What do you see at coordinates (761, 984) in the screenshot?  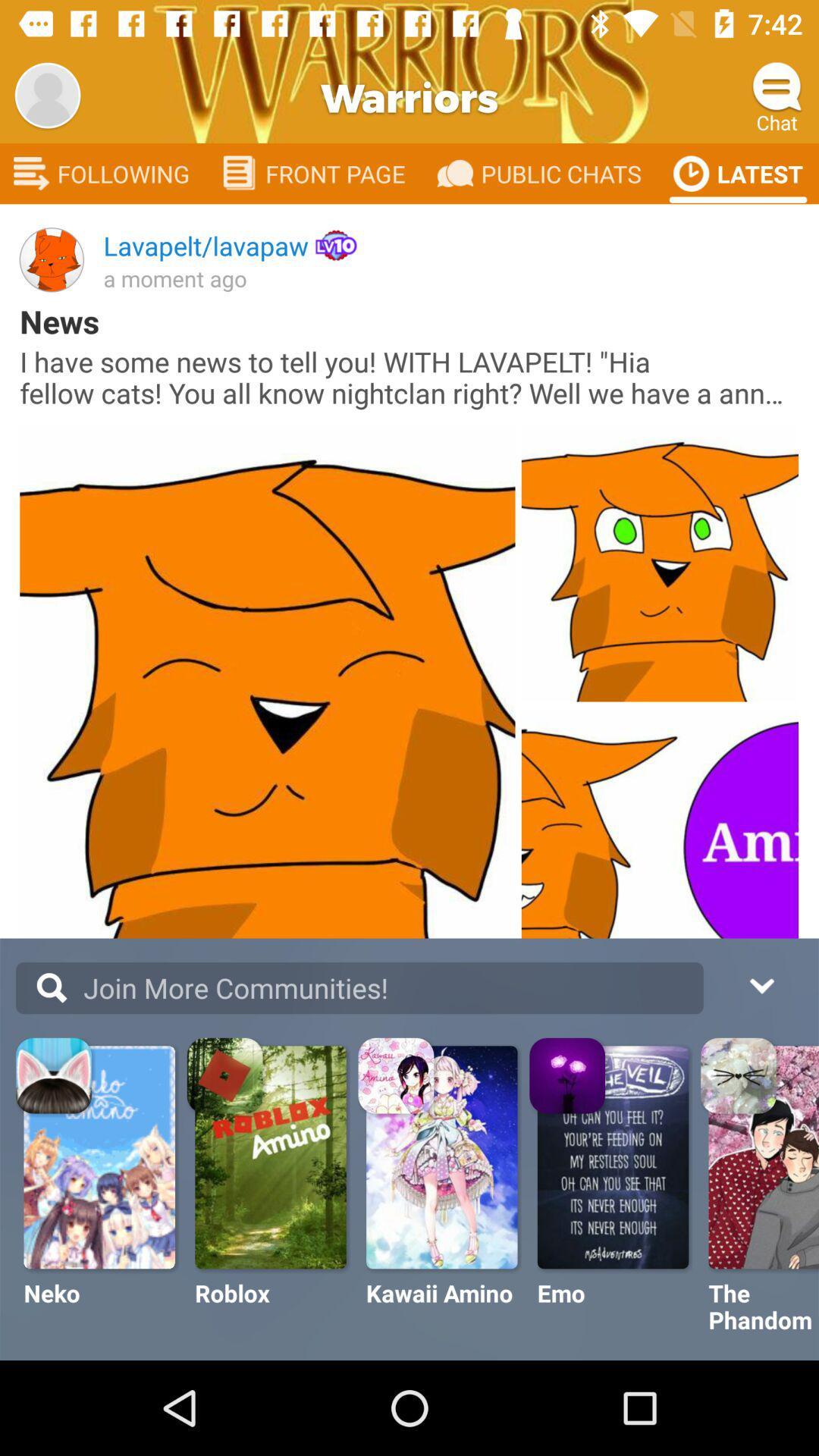 I see `the expand_more icon` at bounding box center [761, 984].